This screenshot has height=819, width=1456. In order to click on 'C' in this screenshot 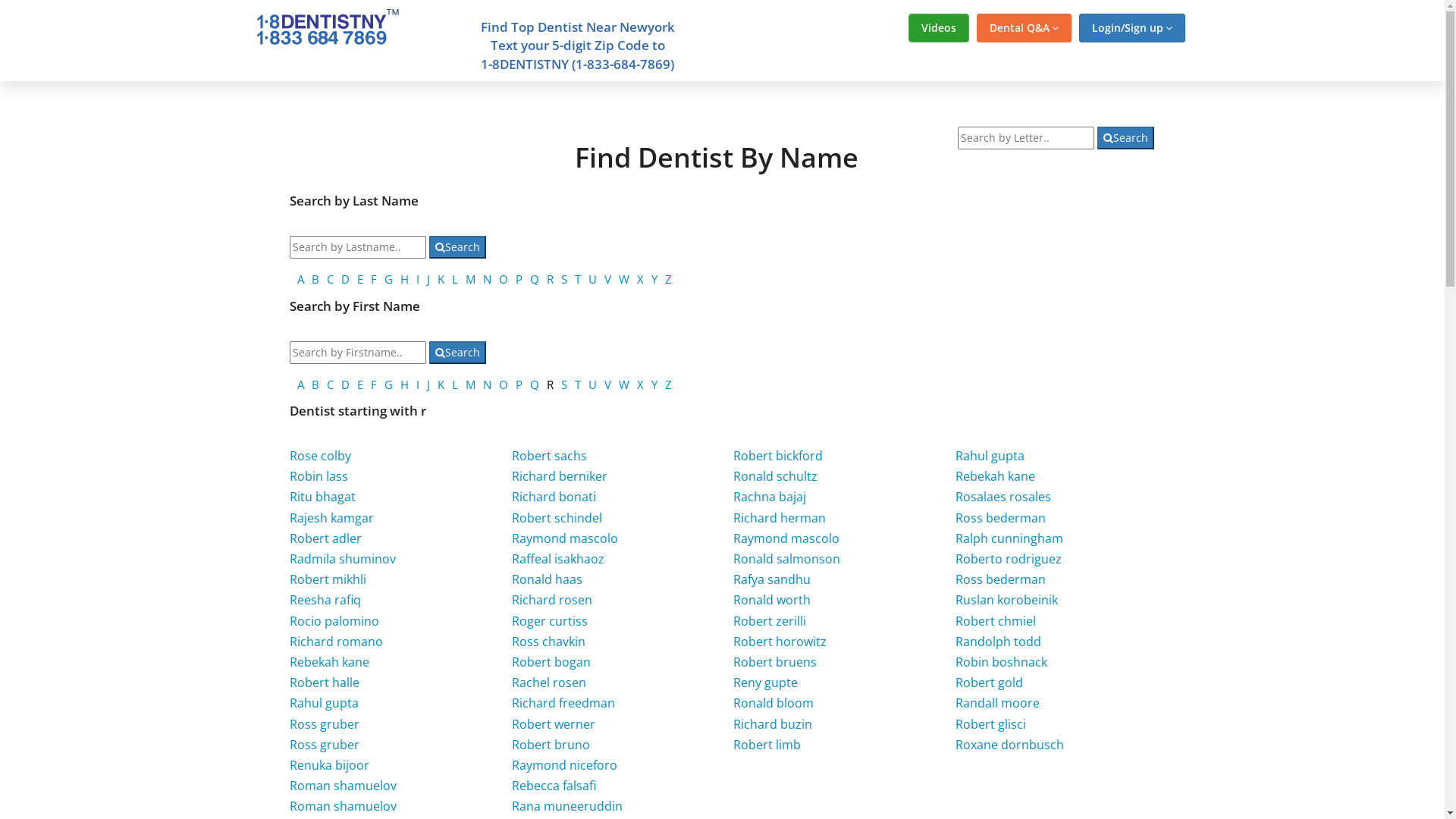, I will do `click(329, 278)`.